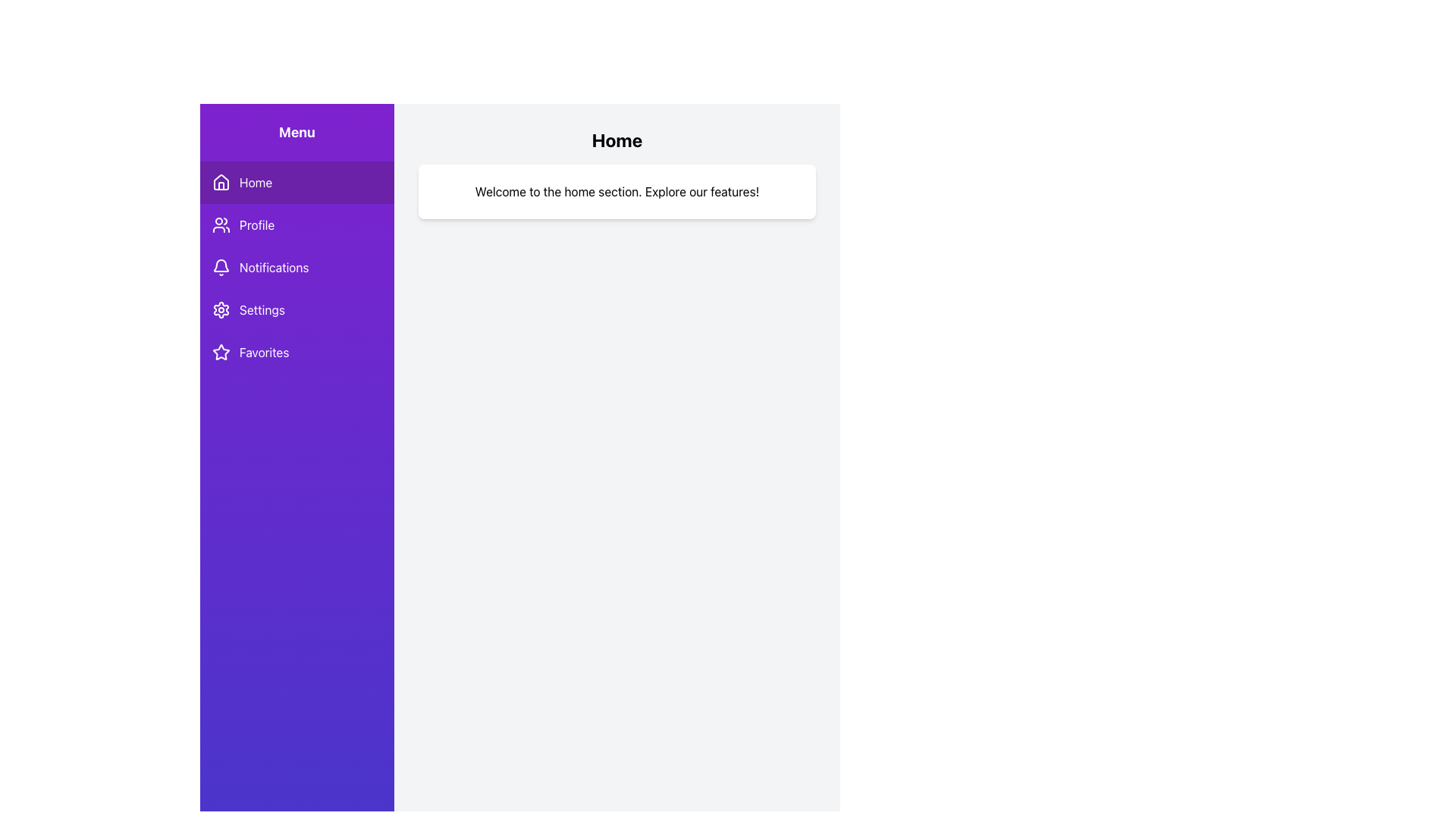  I want to click on the introductory Text element located in the main content area, which is centered below the title 'Home', to read its message, so click(617, 191).